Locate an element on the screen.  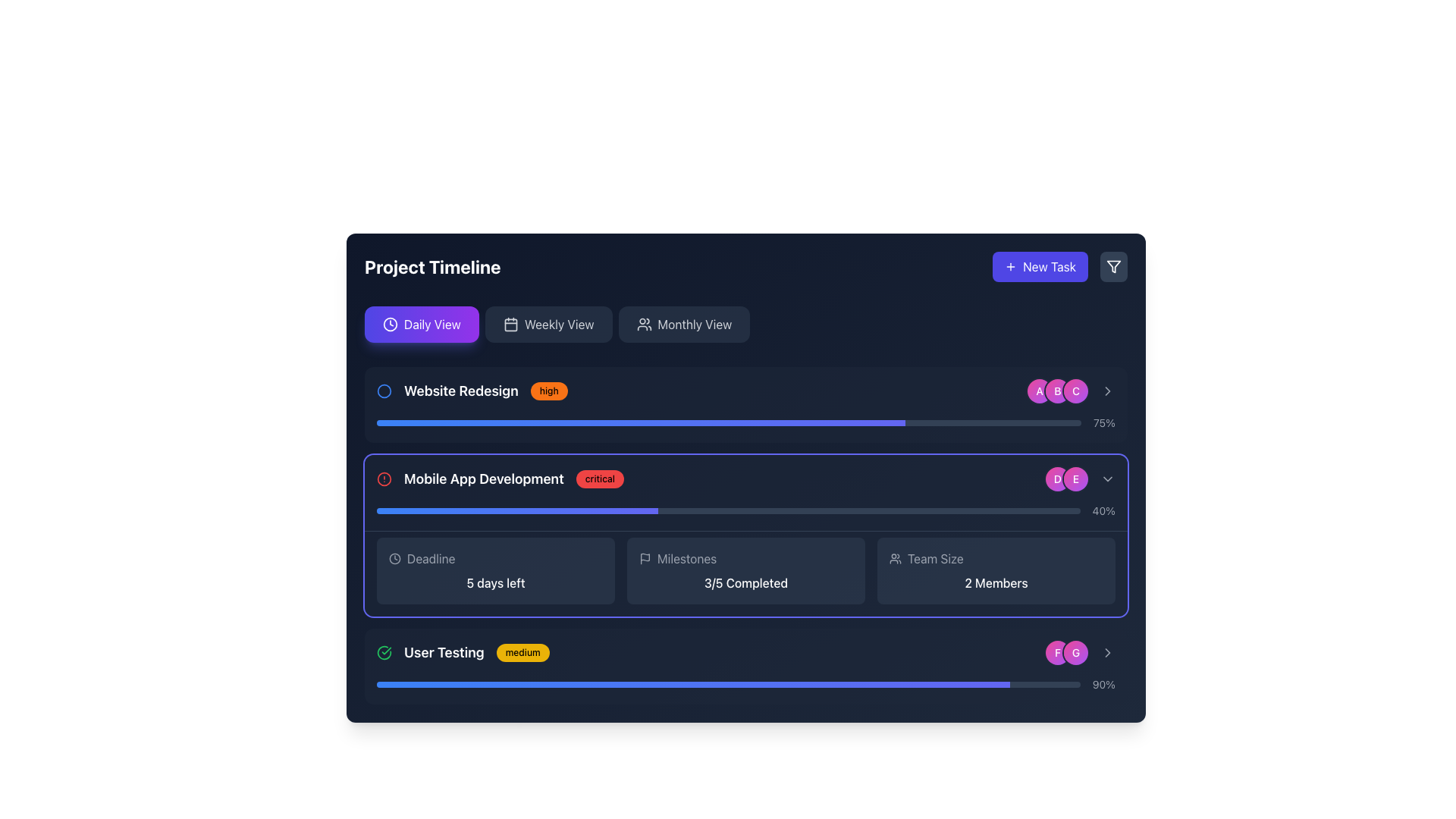
the text label that identifies the project task titled 'Website Redesign', which is the second component in a horizontal group of elements located in the top-left quadrant of the section listing project tasks is located at coordinates (460, 391).